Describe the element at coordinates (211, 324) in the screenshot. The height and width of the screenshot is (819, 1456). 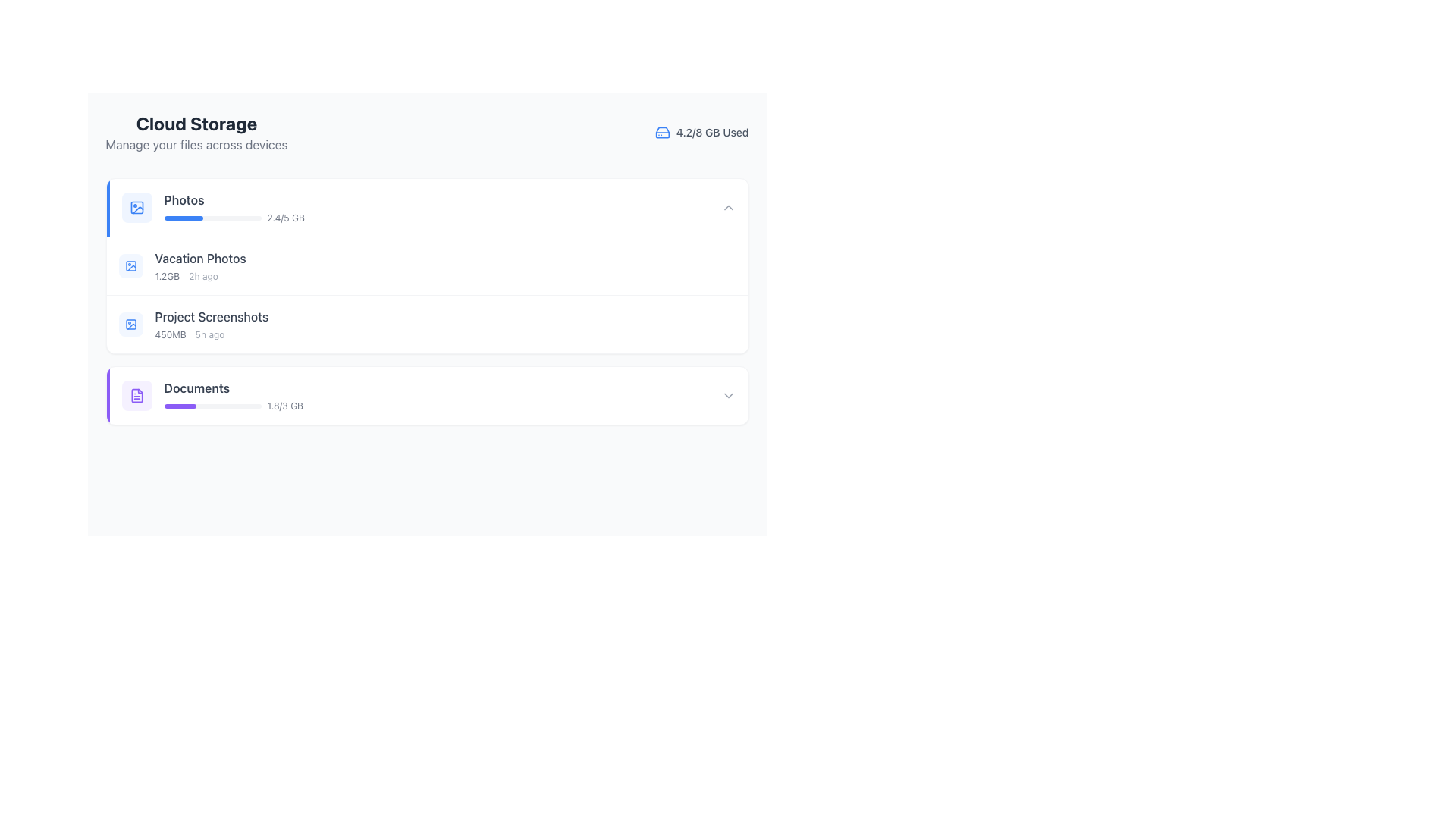
I see `the information displayed in the third Information Display Block under the 'Cloud Storage' section, which shows details about a storage item including its title, size, and last modification time` at that location.